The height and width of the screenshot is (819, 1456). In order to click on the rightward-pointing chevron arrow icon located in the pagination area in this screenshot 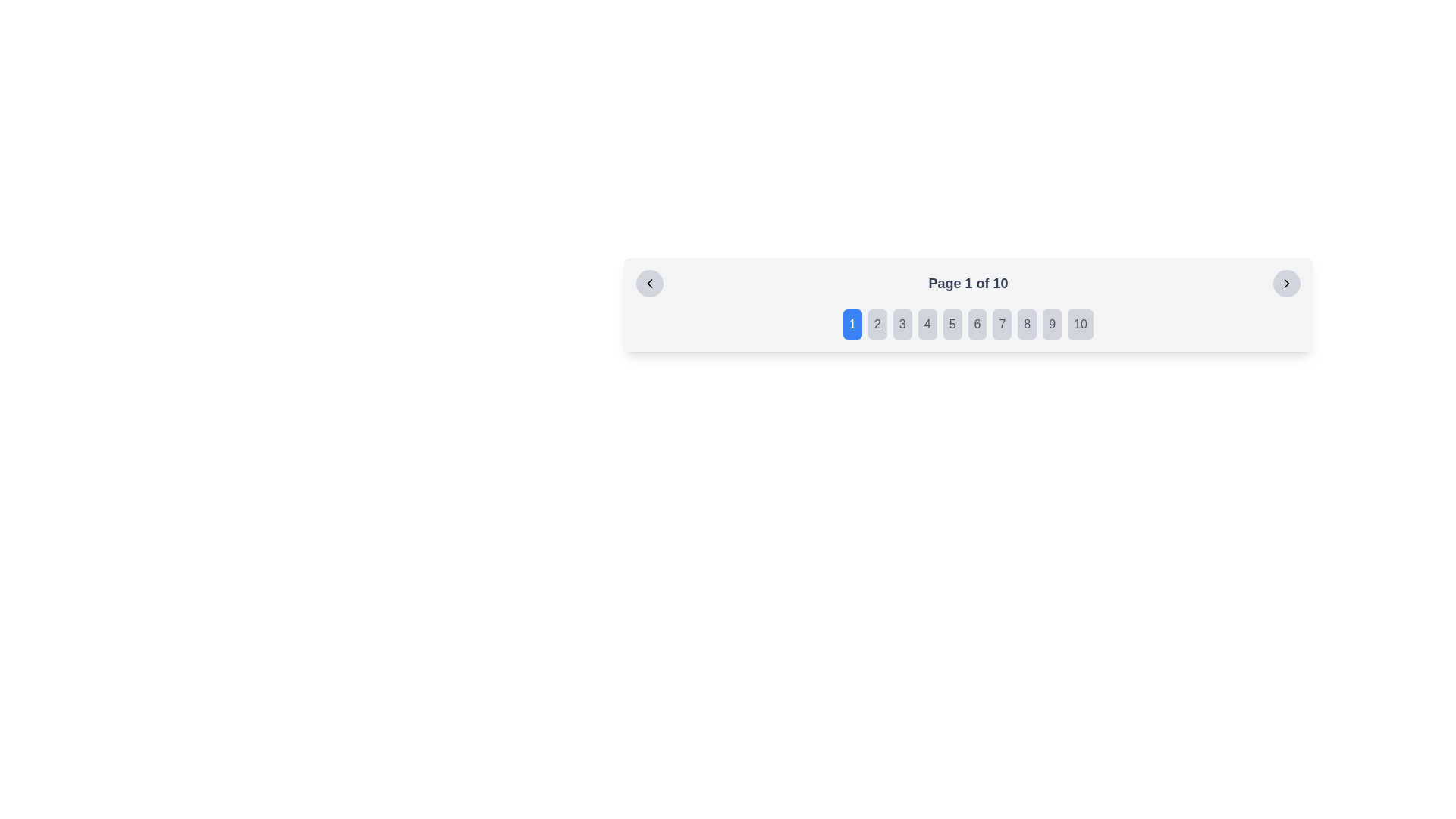, I will do `click(1285, 284)`.